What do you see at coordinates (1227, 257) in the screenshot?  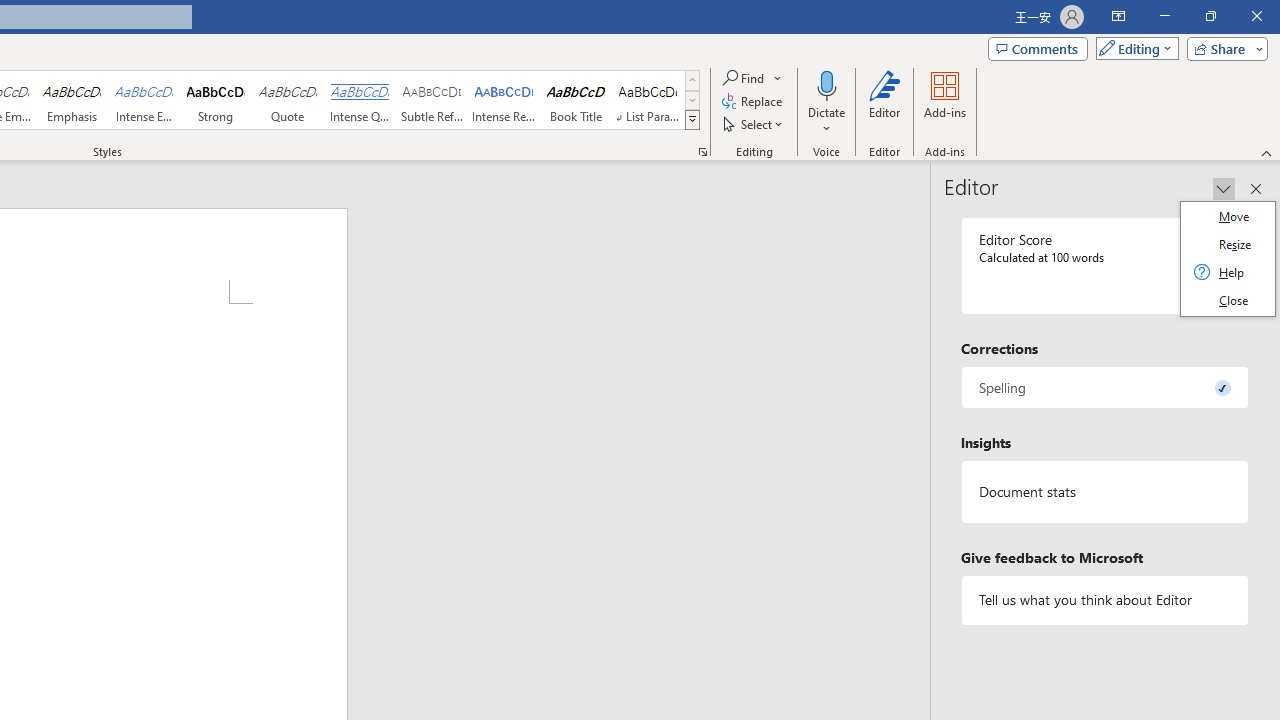 I see `'Class: Net UI Tool Window'` at bounding box center [1227, 257].